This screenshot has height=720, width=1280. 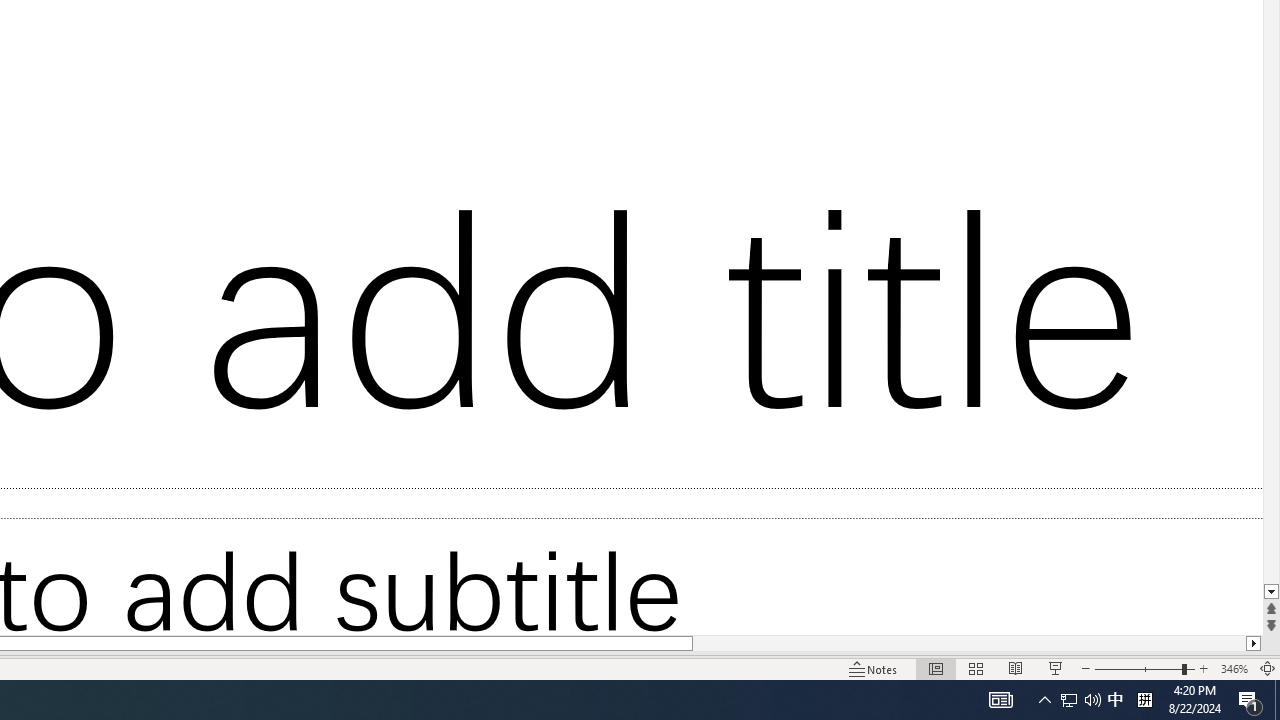 What do you see at coordinates (1144, 669) in the screenshot?
I see `'Zoom'` at bounding box center [1144, 669].